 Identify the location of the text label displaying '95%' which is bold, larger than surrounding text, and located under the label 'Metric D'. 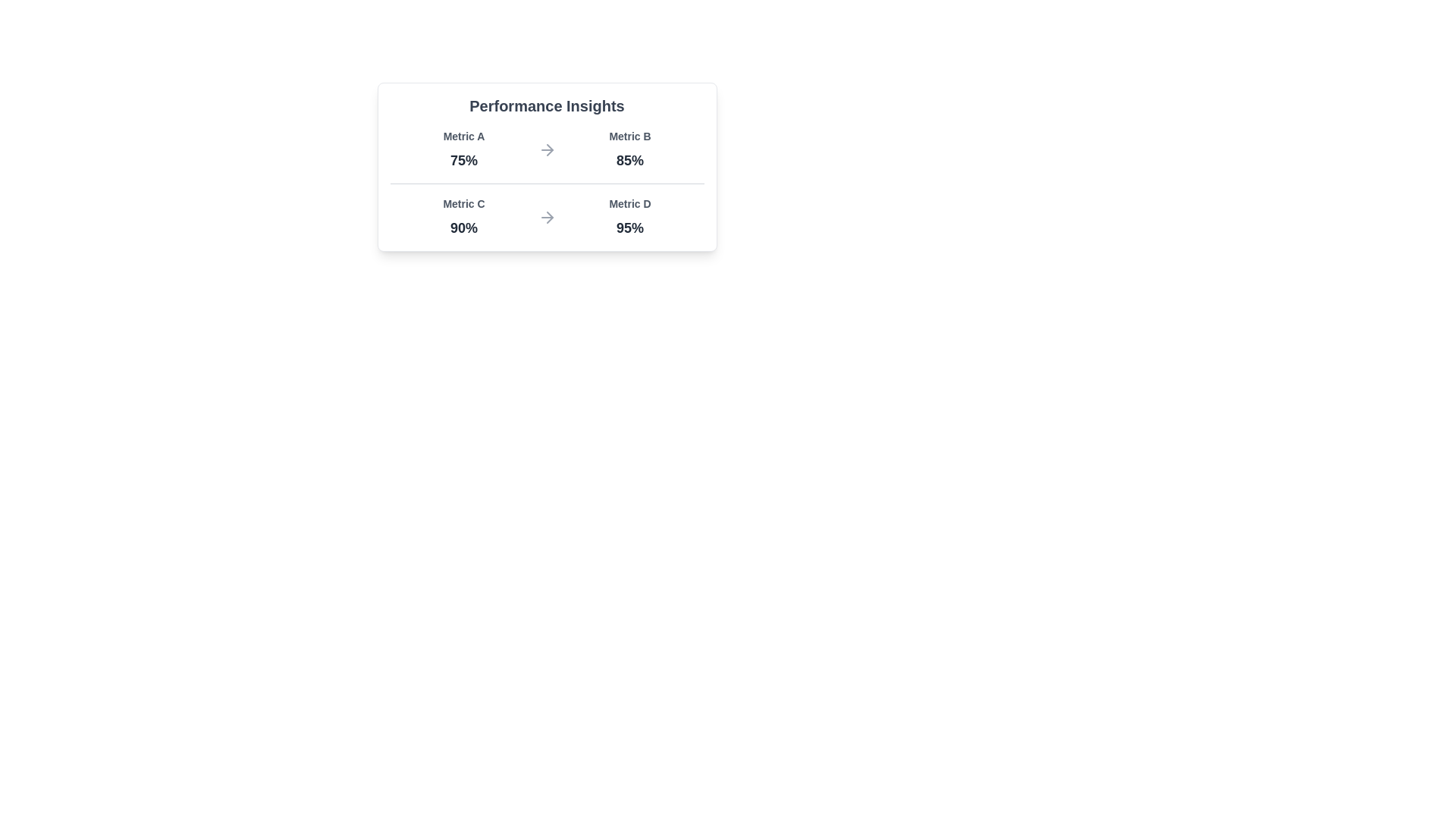
(629, 227).